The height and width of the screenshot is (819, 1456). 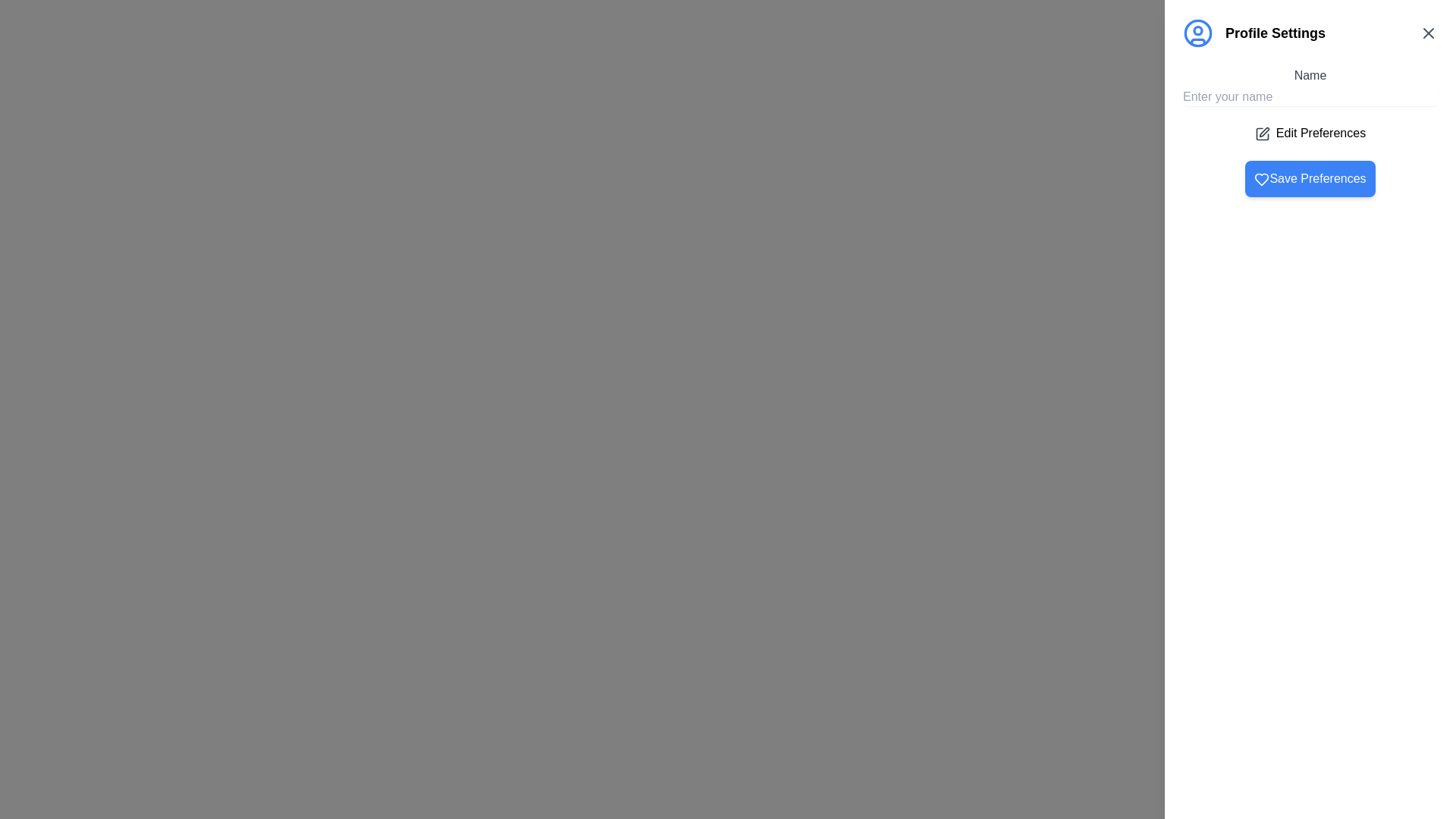 I want to click on the circular graphical component with a blue border and empty white center, which is the largest circle in the user profile icon located in the upper-left corner of the sidebar, so click(x=1197, y=33).